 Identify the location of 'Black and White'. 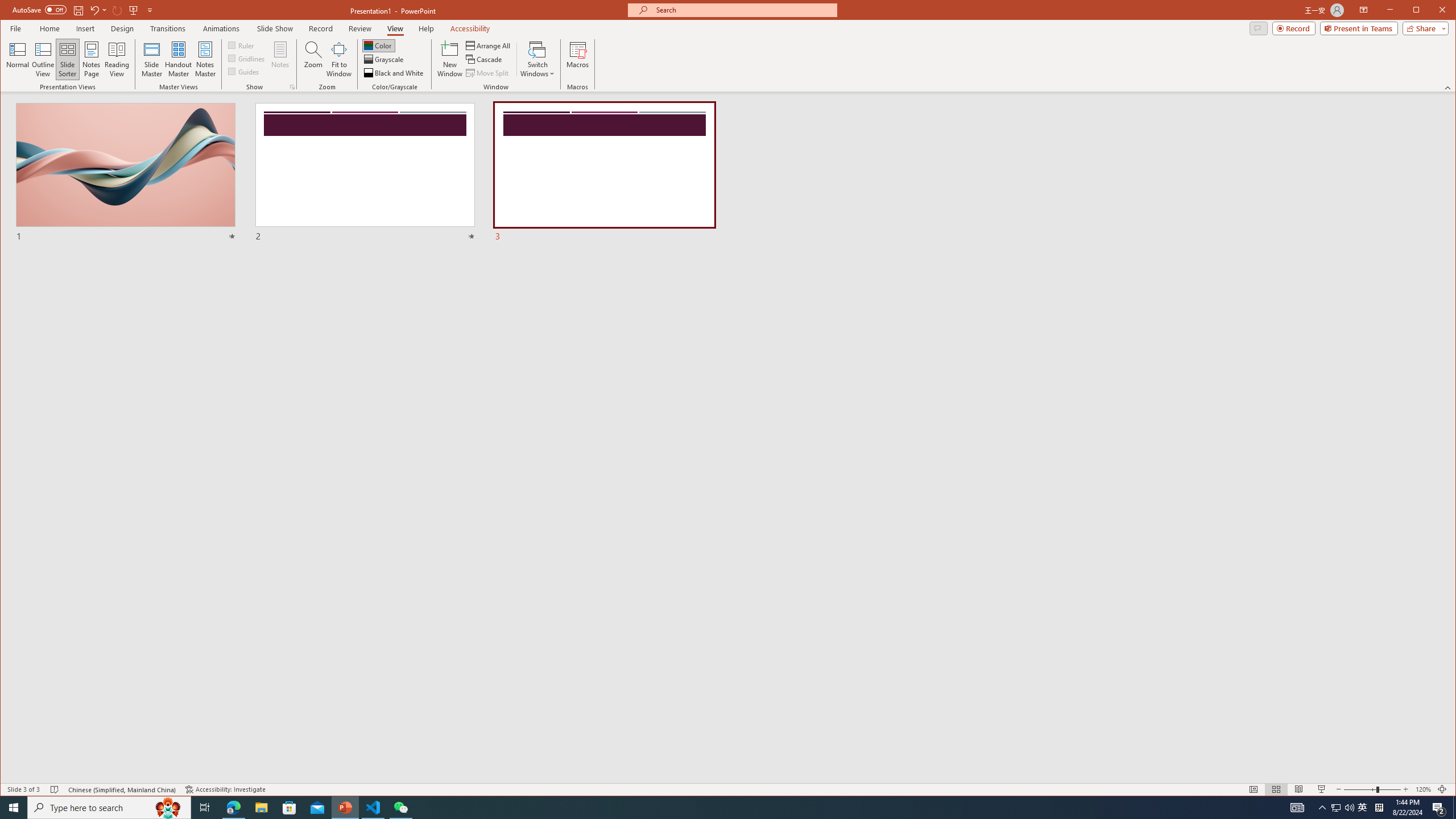
(394, 72).